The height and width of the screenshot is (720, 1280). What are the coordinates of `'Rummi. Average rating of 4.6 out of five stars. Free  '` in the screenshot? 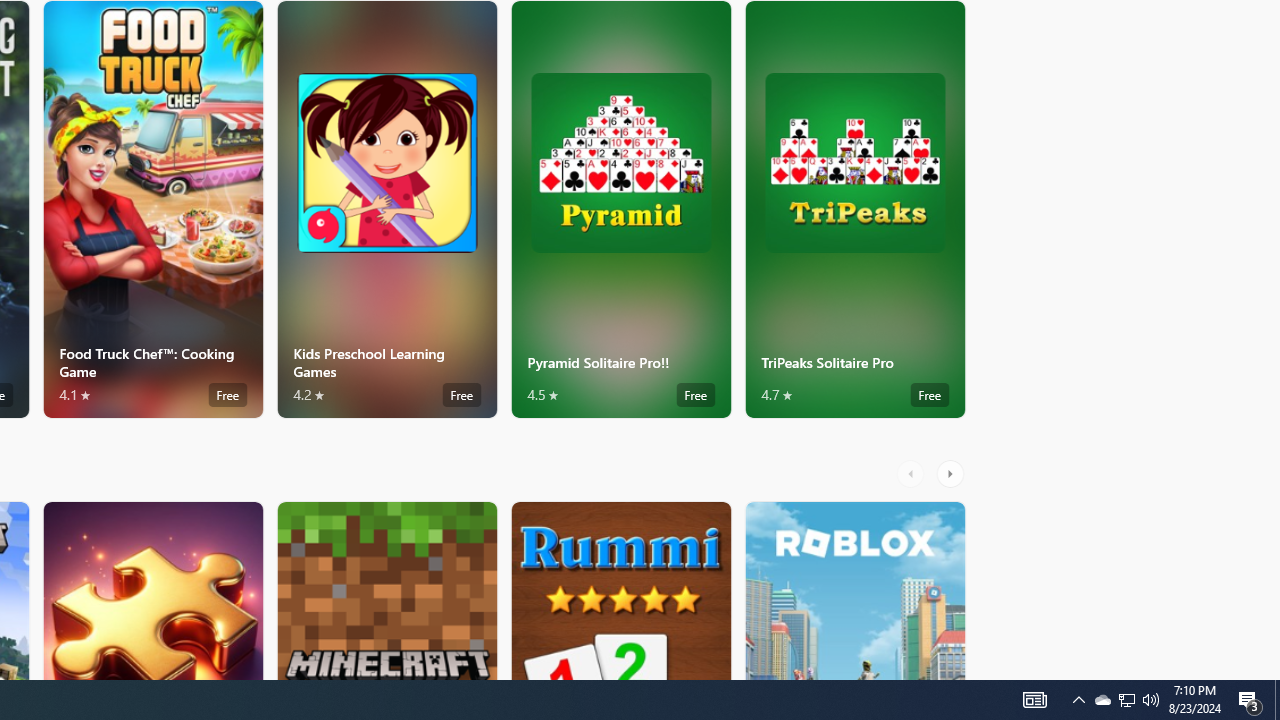 It's located at (619, 589).